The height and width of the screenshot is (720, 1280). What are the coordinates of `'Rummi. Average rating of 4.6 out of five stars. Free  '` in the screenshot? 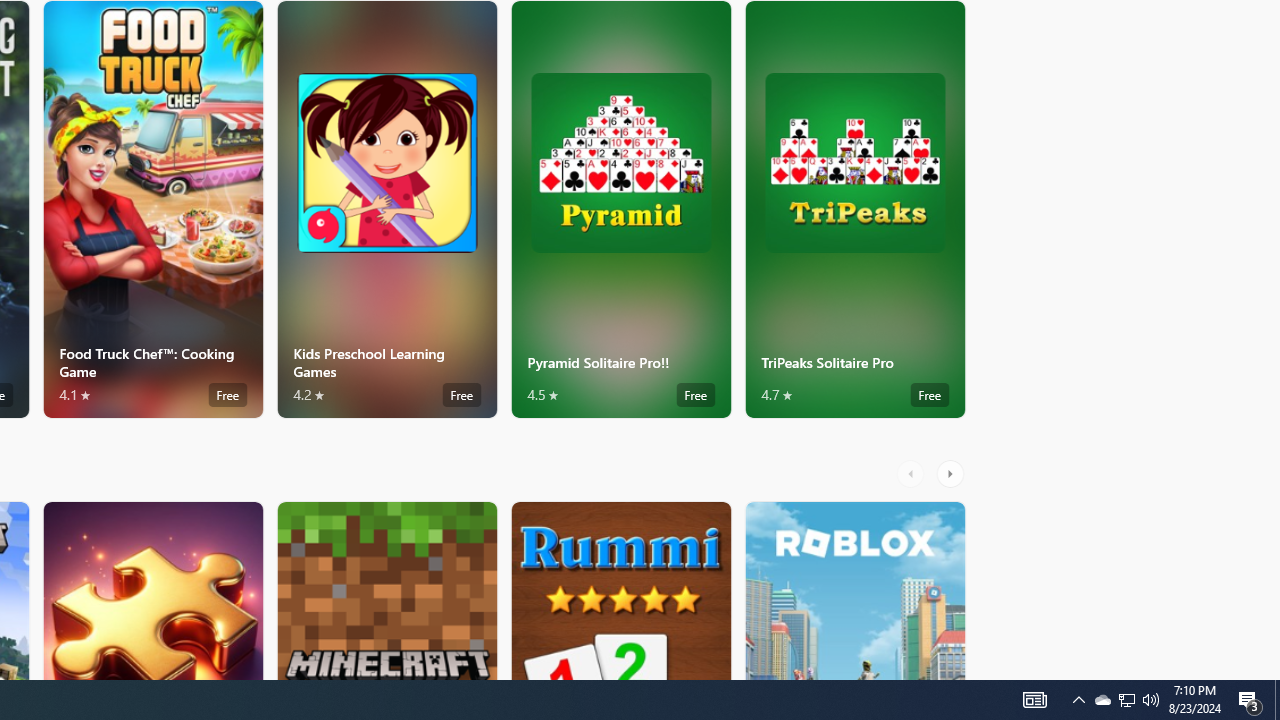 It's located at (619, 589).